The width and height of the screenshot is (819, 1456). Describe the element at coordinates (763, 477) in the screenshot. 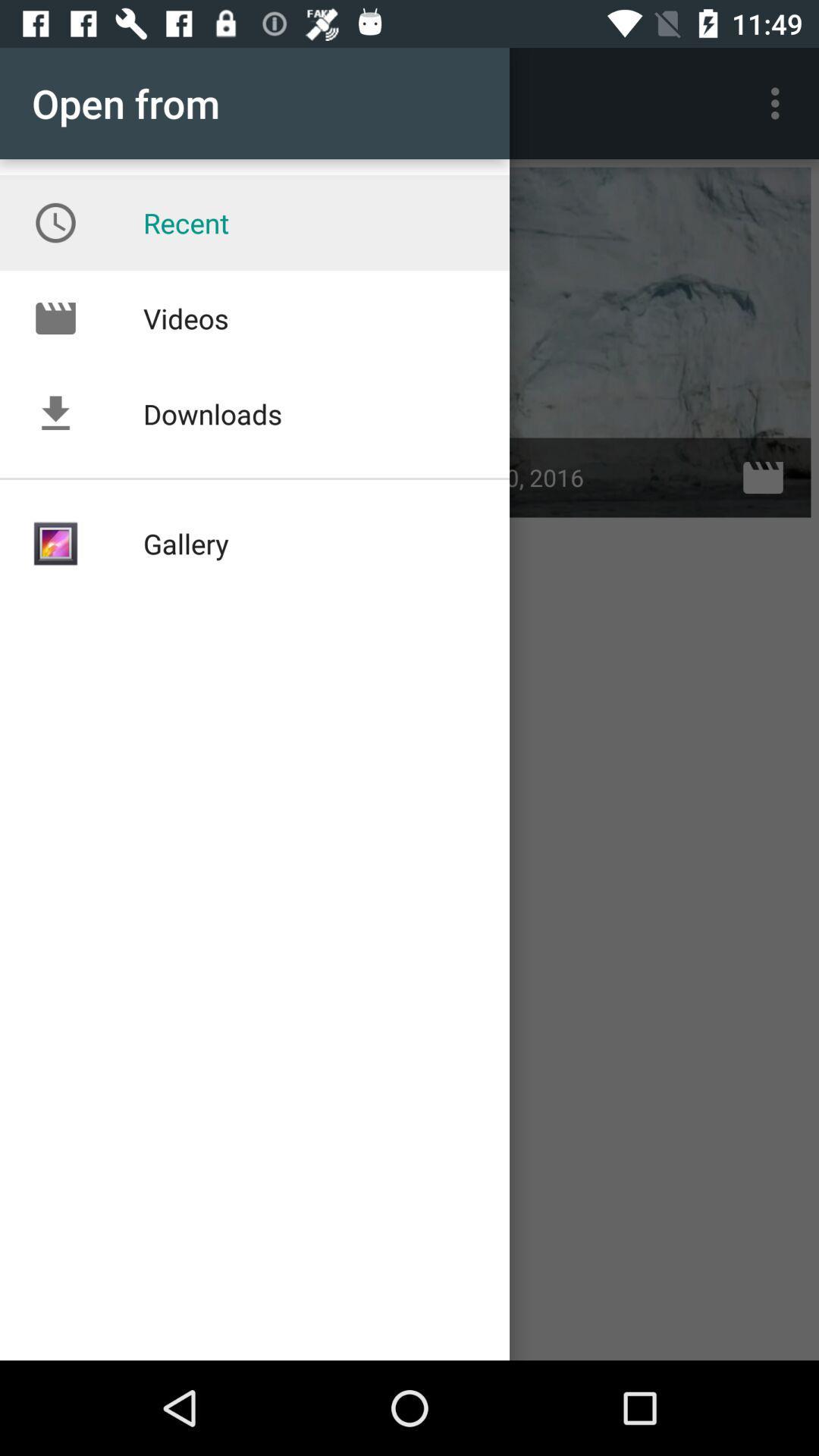

I see `video icon in right of the page` at that location.